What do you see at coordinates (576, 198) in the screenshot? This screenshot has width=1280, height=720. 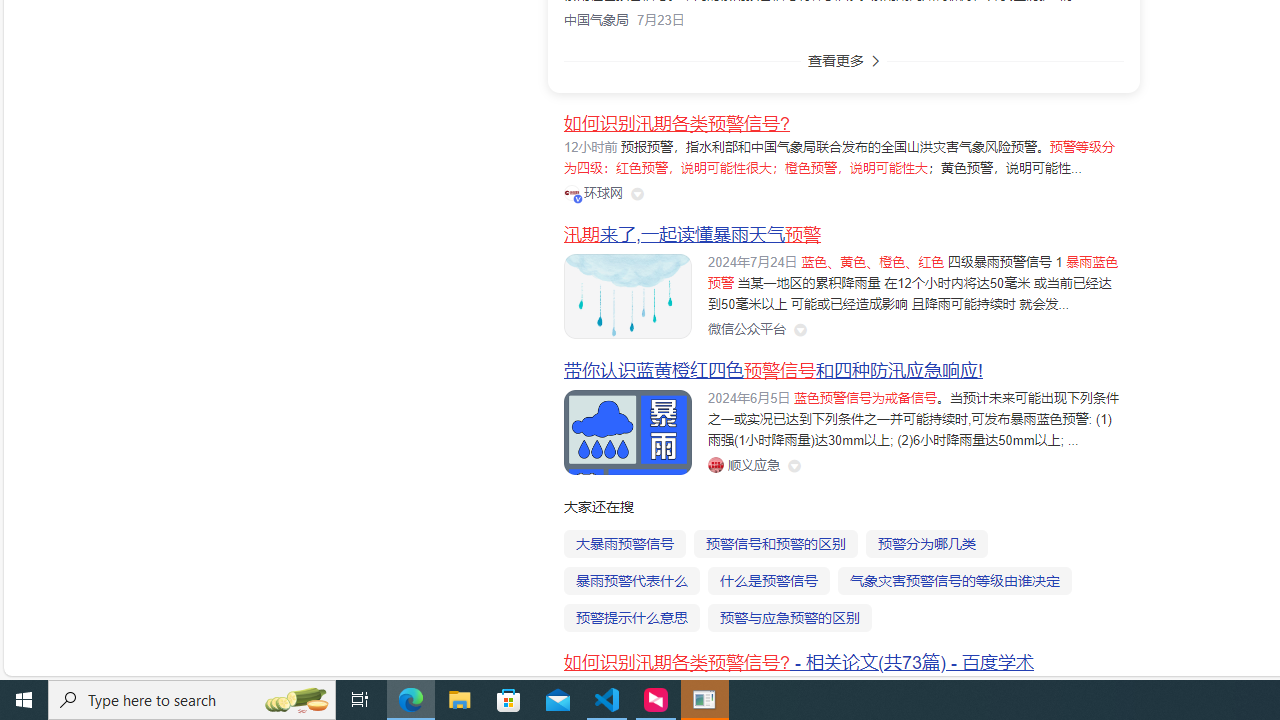 I see `'Class: vip-icon_kNmNt'` at bounding box center [576, 198].